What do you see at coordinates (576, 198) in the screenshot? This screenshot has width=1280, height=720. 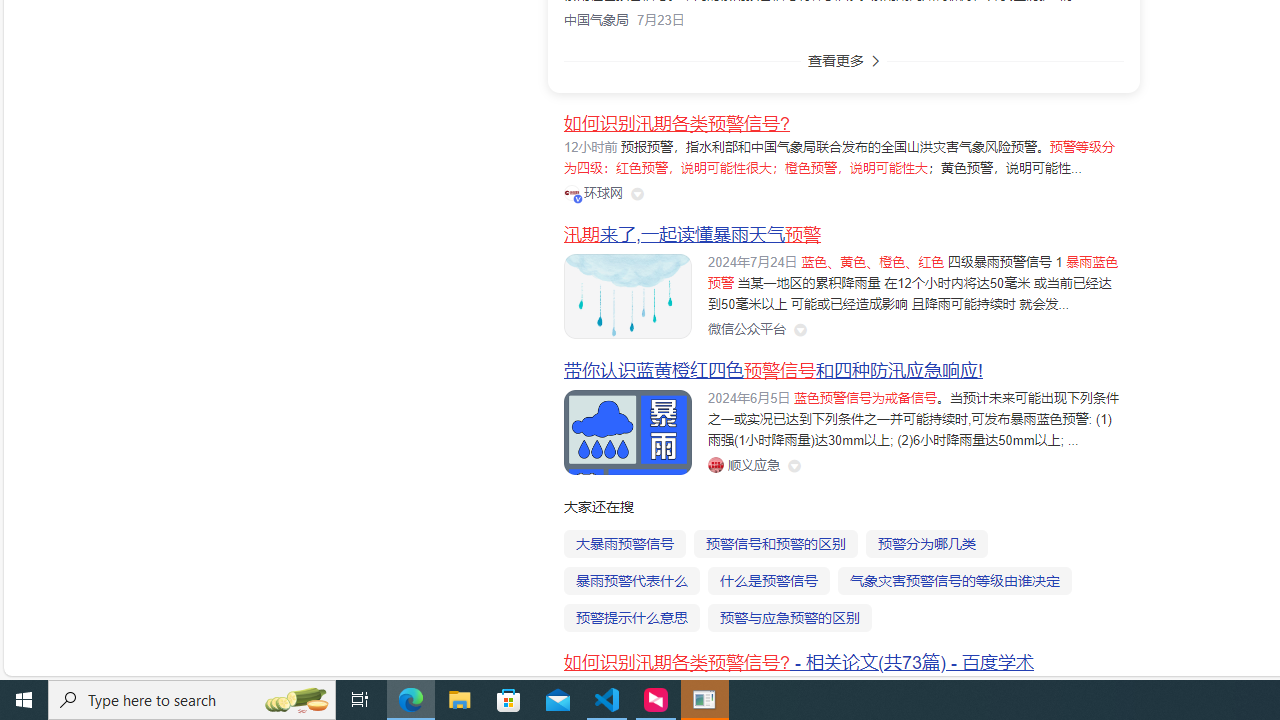 I see `'Class: vip-icon_kNmNt'` at bounding box center [576, 198].